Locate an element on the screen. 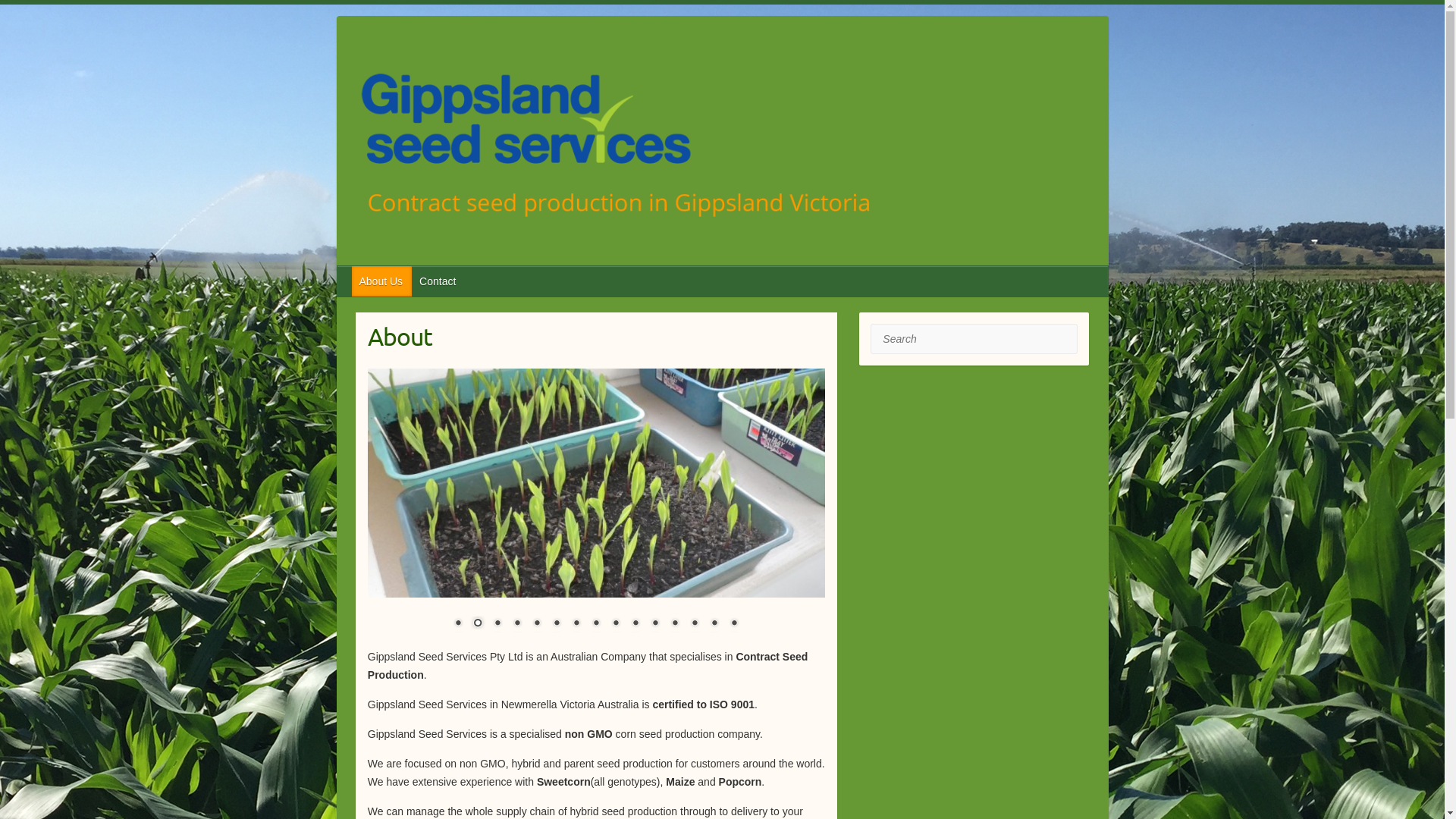 The width and height of the screenshot is (1456, 819). '1' is located at coordinates (457, 623).